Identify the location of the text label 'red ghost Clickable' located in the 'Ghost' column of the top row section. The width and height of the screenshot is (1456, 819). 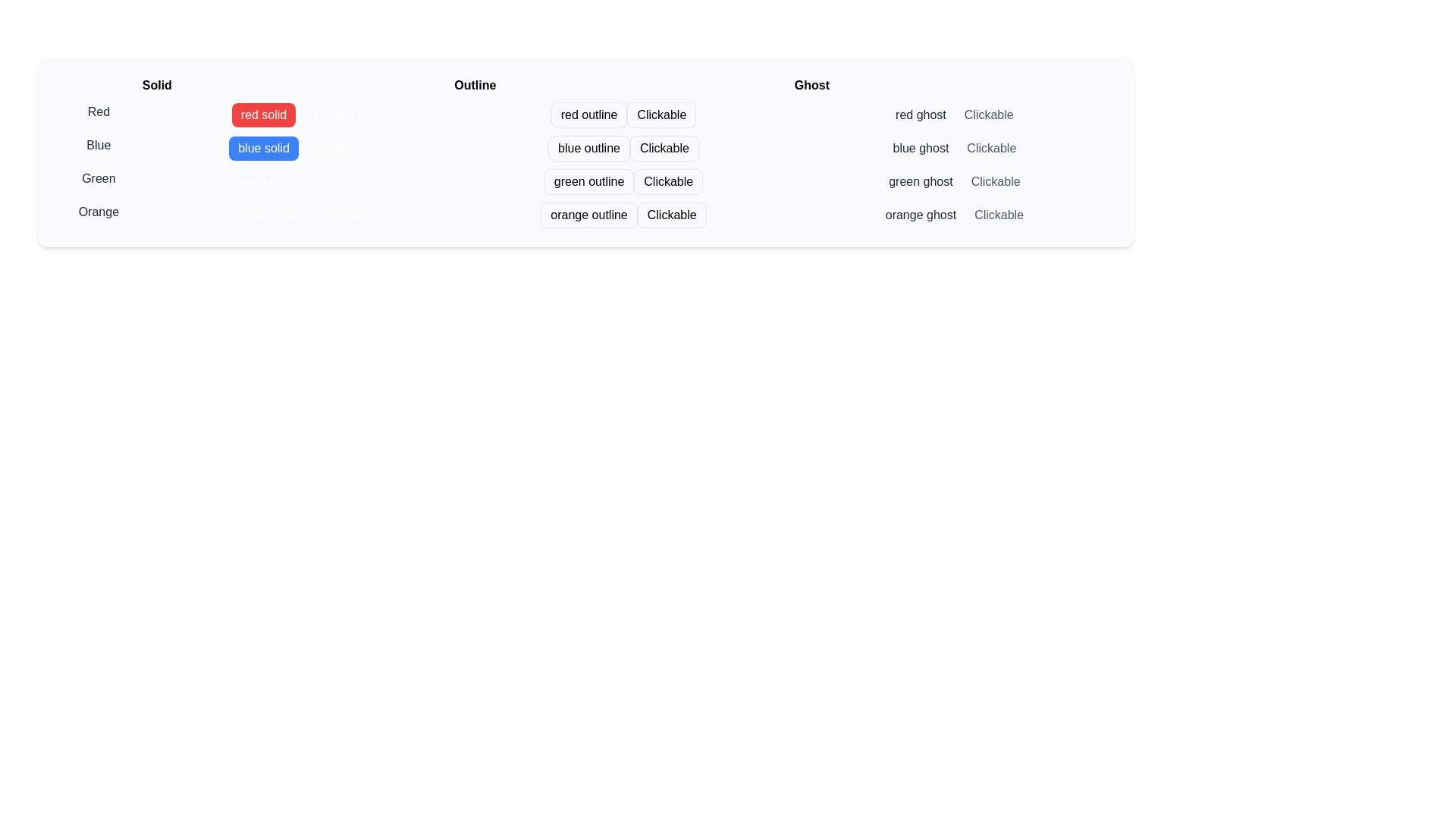
(953, 111).